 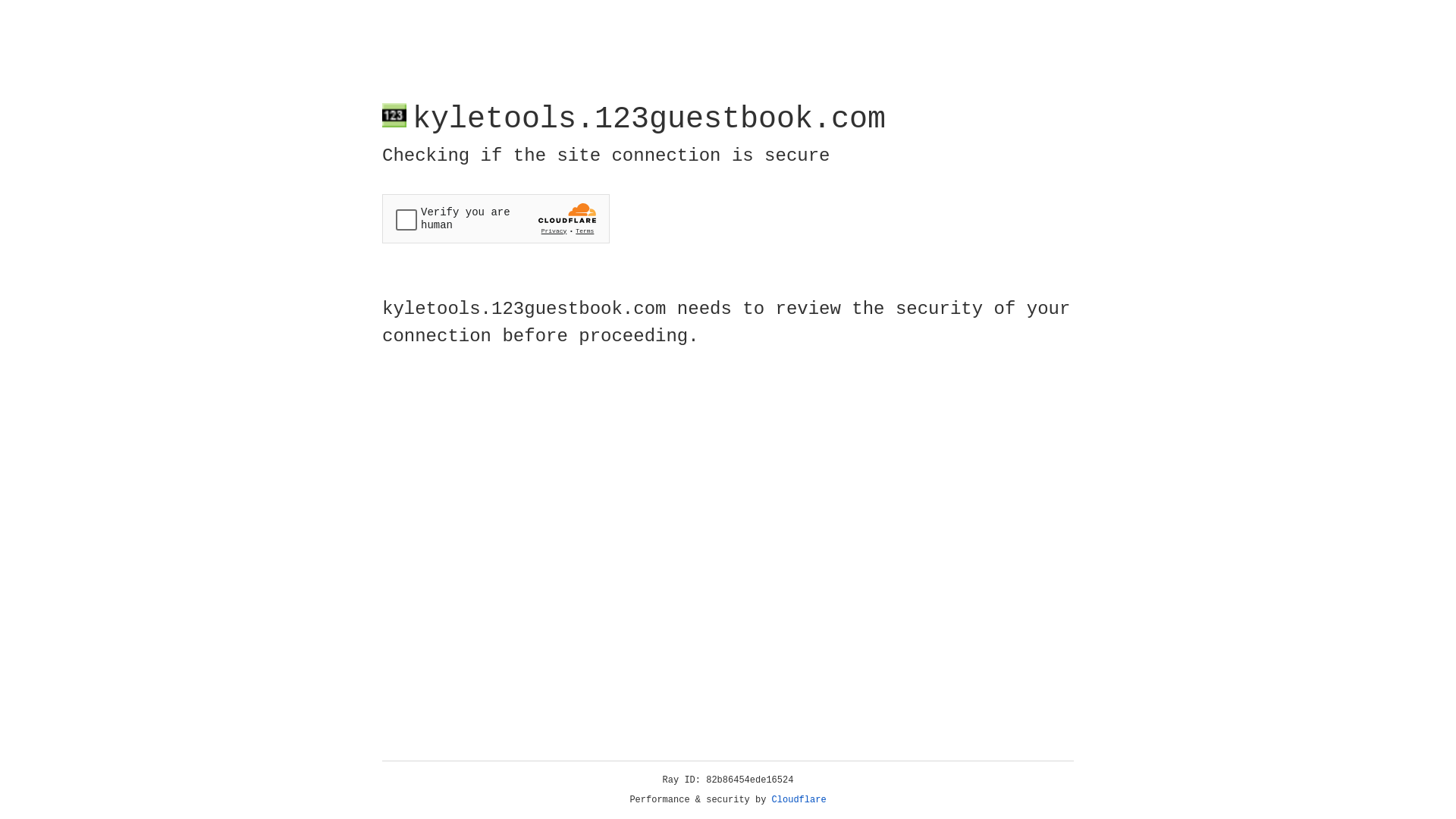 I want to click on 'Cloudflare', so click(x=799, y=799).